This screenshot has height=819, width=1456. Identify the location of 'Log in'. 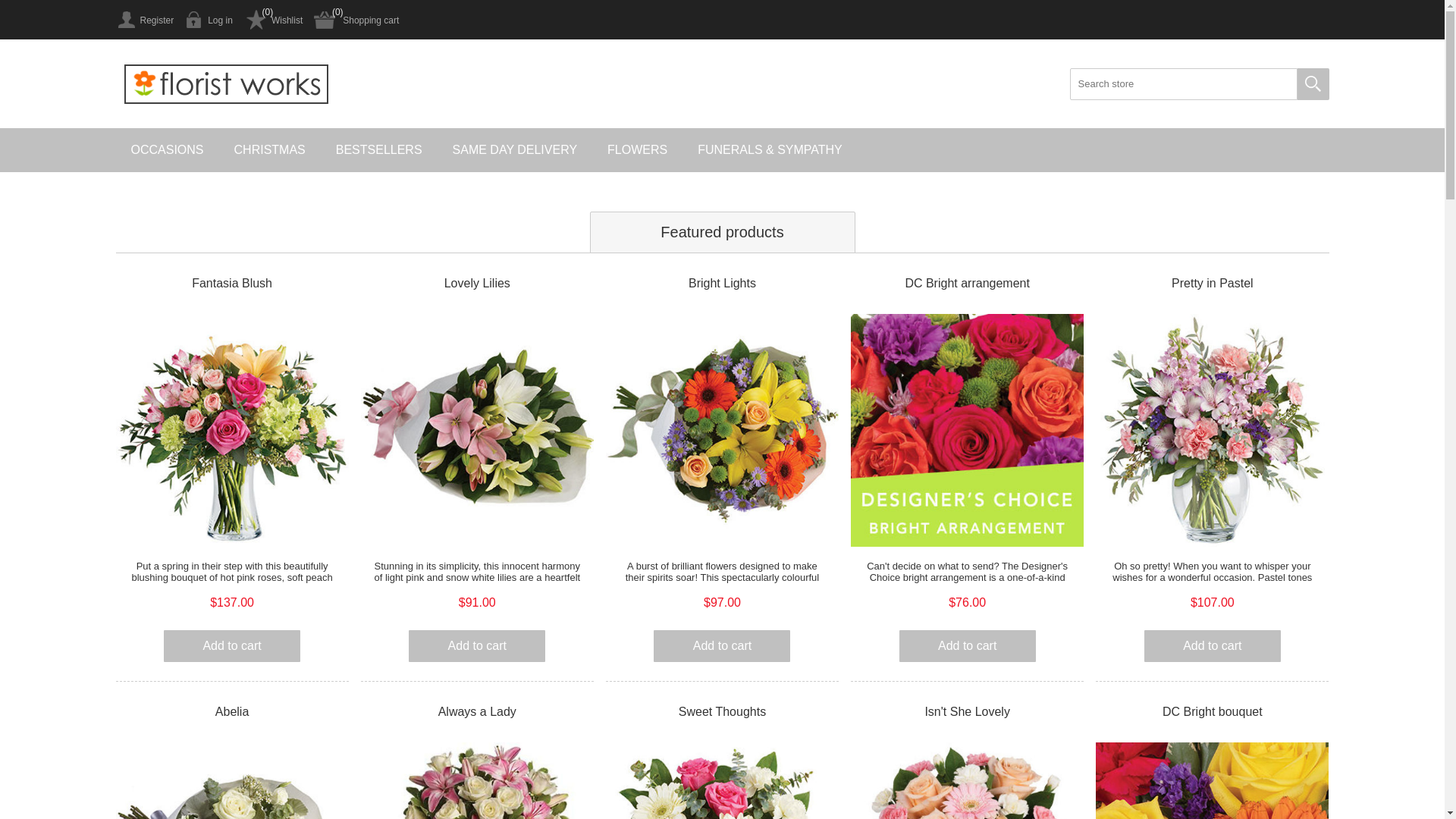
(208, 20).